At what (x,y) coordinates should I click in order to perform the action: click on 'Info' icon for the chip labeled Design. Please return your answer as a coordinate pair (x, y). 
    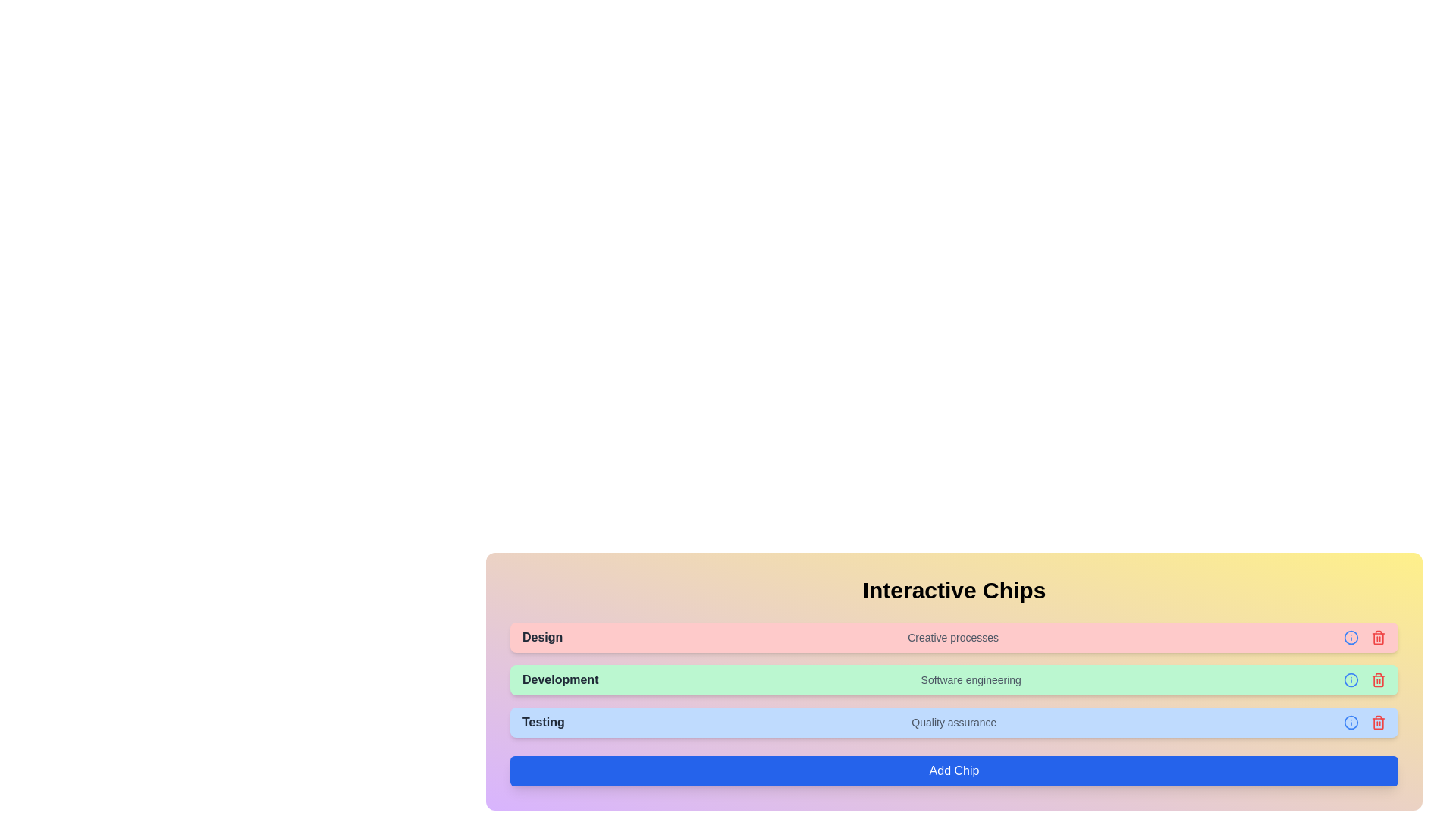
    Looking at the image, I should click on (1351, 637).